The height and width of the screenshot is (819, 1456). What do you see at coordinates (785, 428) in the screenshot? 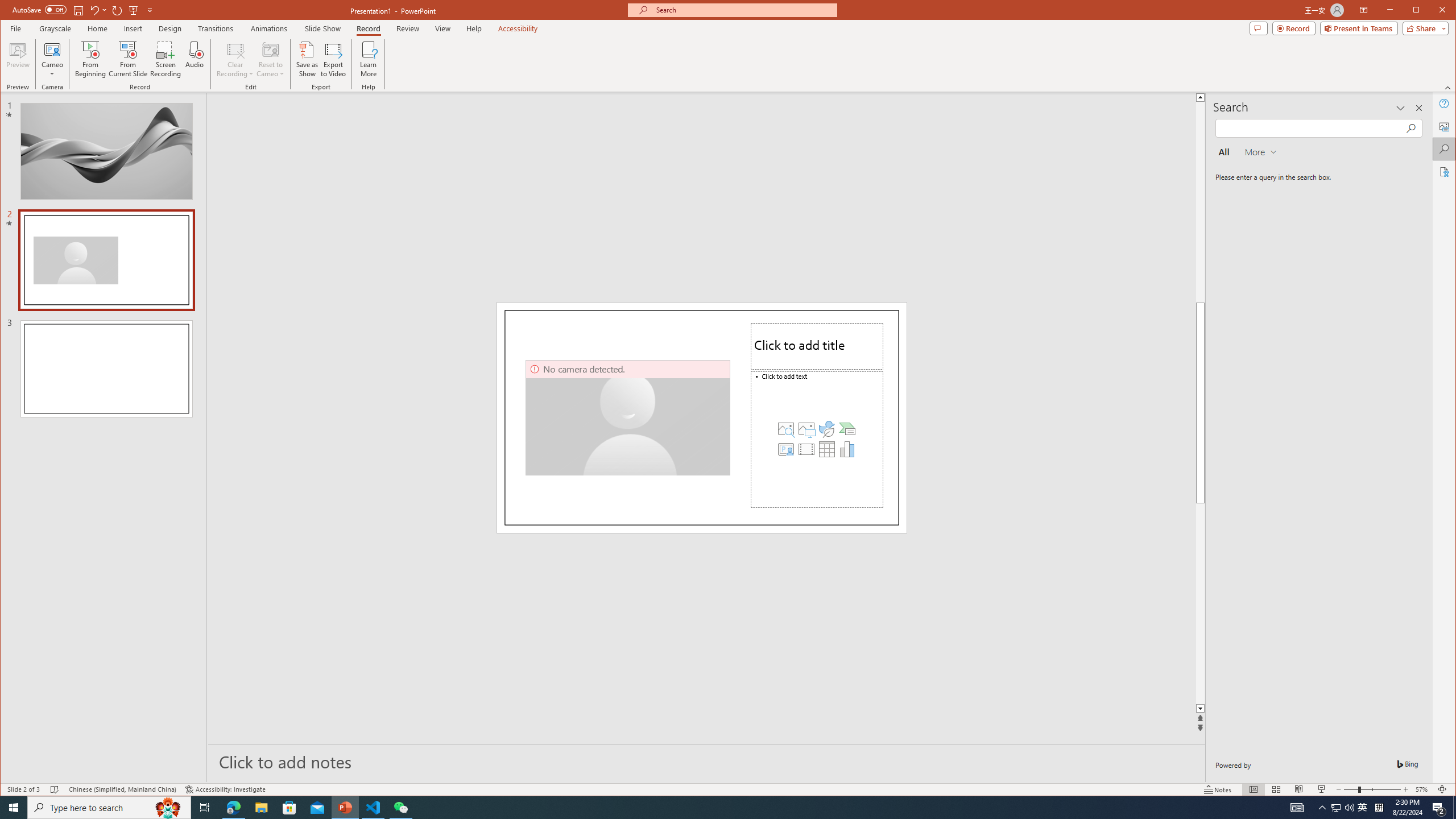
I see `'Stock Images'` at bounding box center [785, 428].